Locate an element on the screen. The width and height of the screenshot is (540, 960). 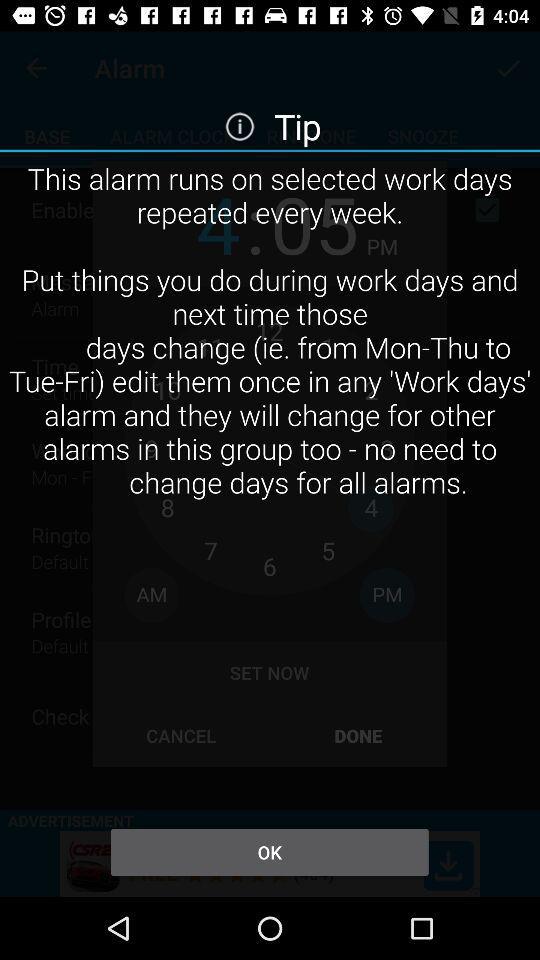
the icon below this alarm runs item is located at coordinates (269, 851).